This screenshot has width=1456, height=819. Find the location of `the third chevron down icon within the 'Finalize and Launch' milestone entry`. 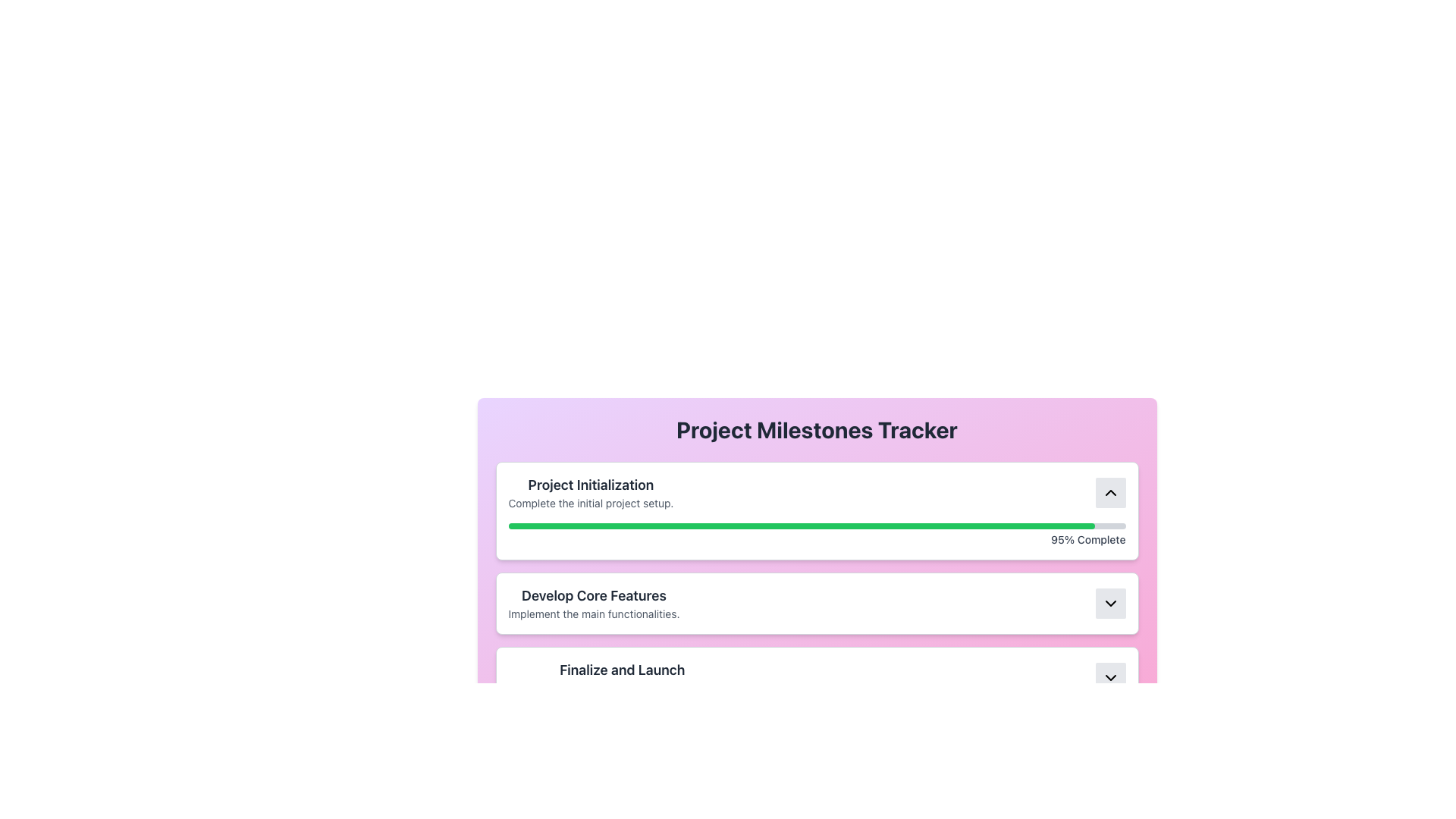

the third chevron down icon within the 'Finalize and Launch' milestone entry is located at coordinates (1110, 677).